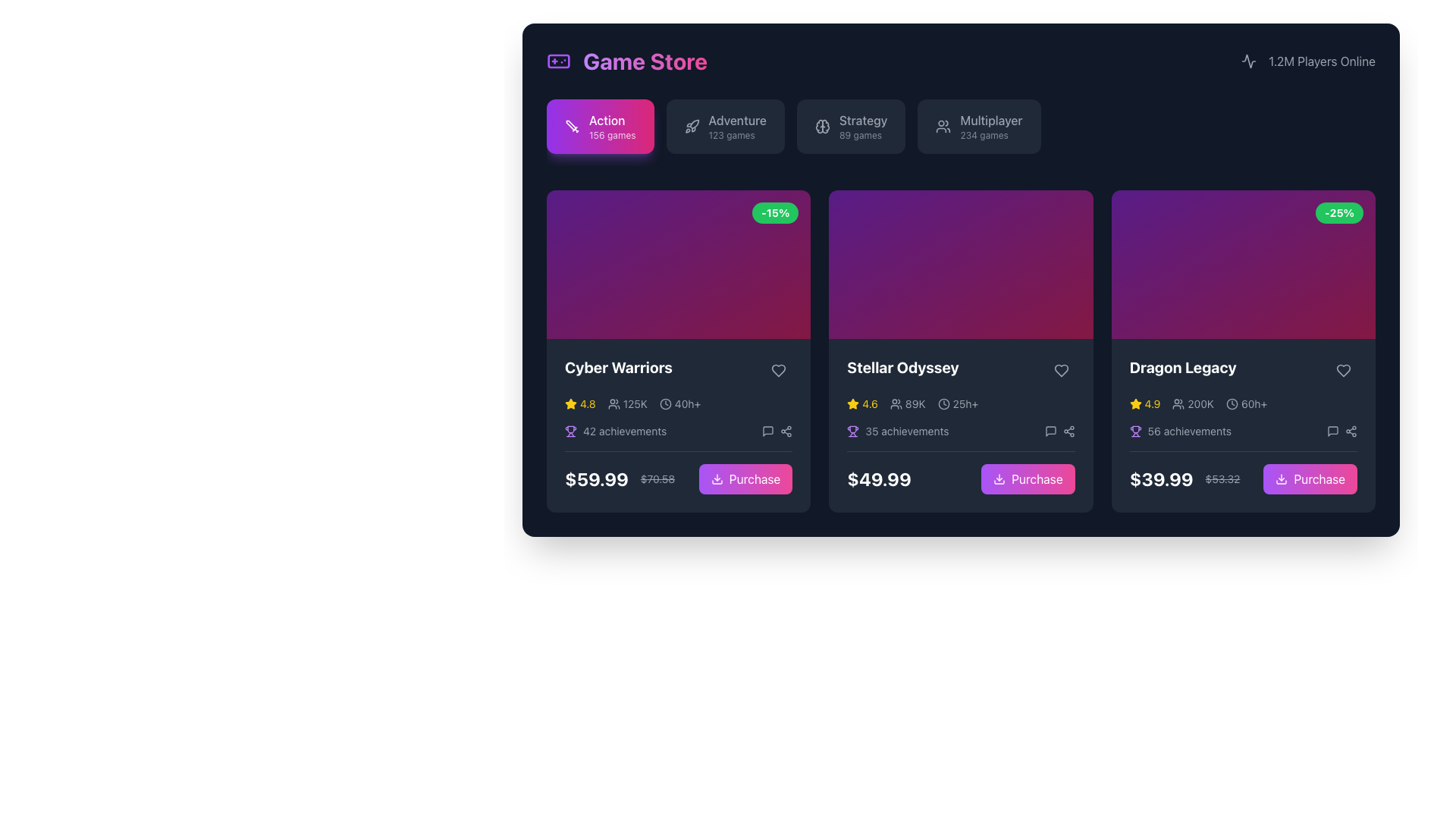 The height and width of the screenshot is (819, 1456). What do you see at coordinates (607, 119) in the screenshot?
I see `the text label that categorizes the content under the 'Action' genre within the button labeled 'Action 156 games'` at bounding box center [607, 119].